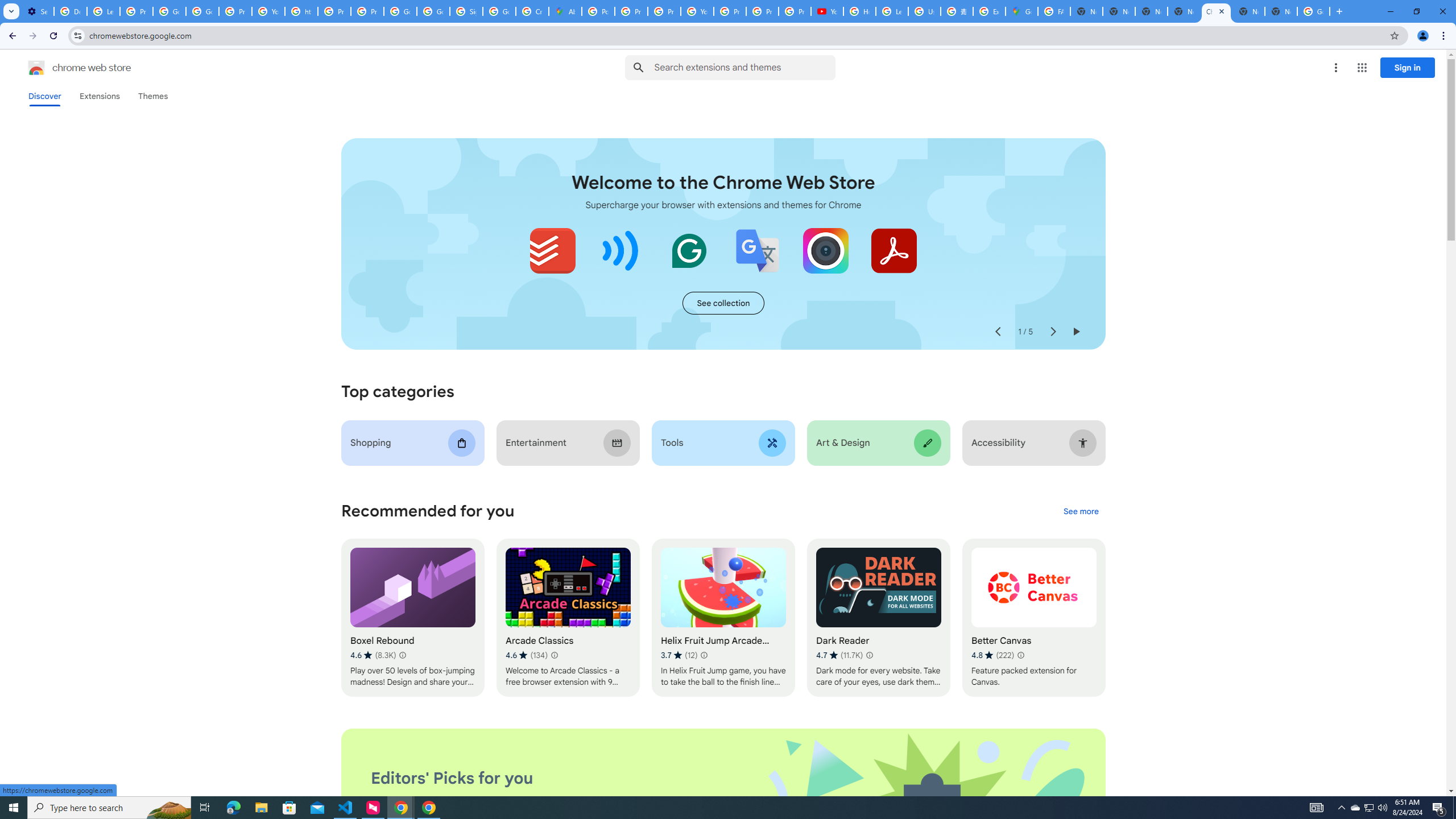 The width and height of the screenshot is (1456, 819). Describe the element at coordinates (679, 655) in the screenshot. I see `'Average rating 3.7 out of 5 stars. 12 ratings.'` at that location.